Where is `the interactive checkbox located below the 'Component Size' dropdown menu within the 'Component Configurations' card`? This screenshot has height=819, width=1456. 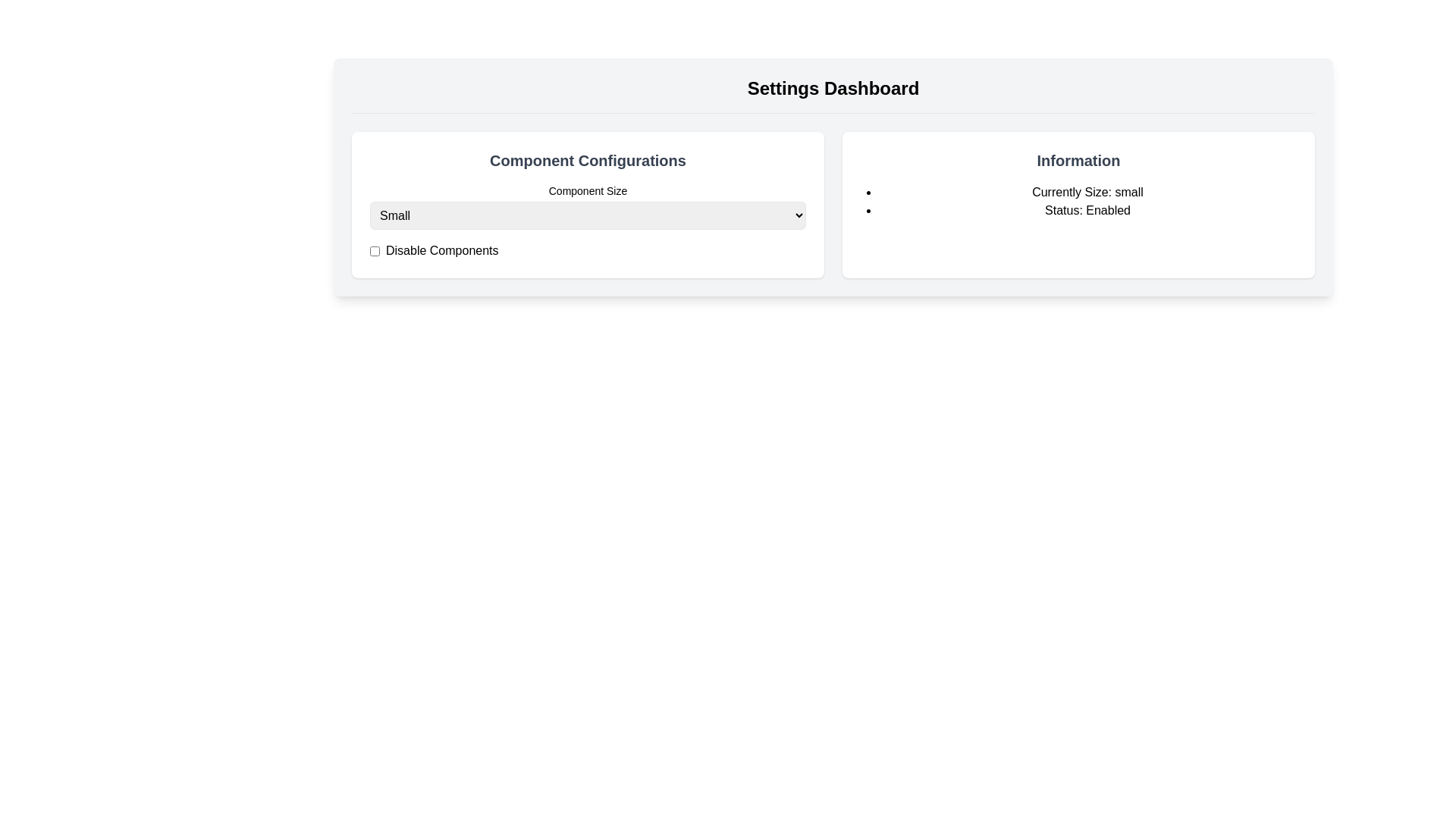 the interactive checkbox located below the 'Component Size' dropdown menu within the 'Component Configurations' card is located at coordinates (587, 250).